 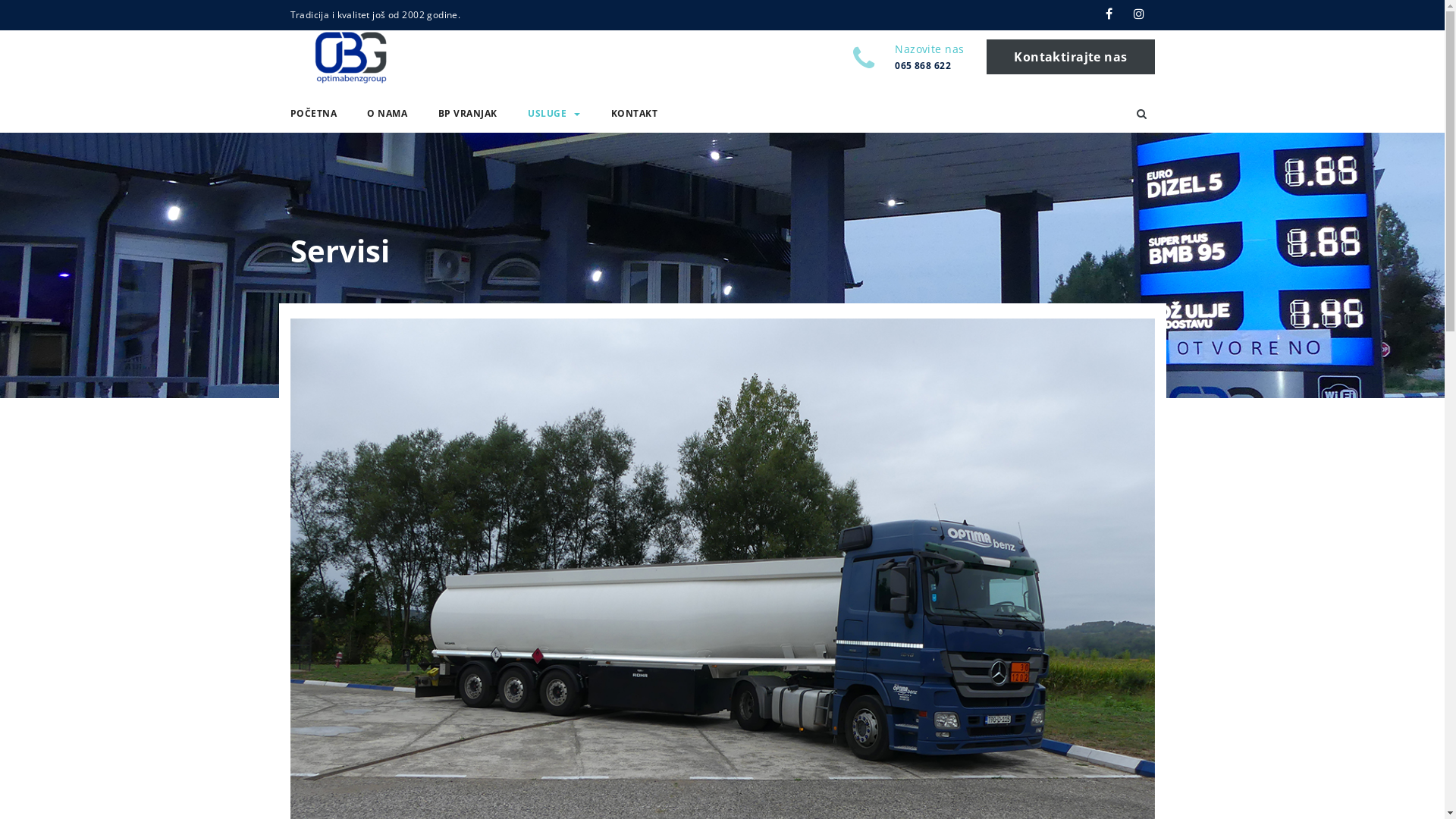 I want to click on 'BP VRANJAK', so click(x=467, y=113).